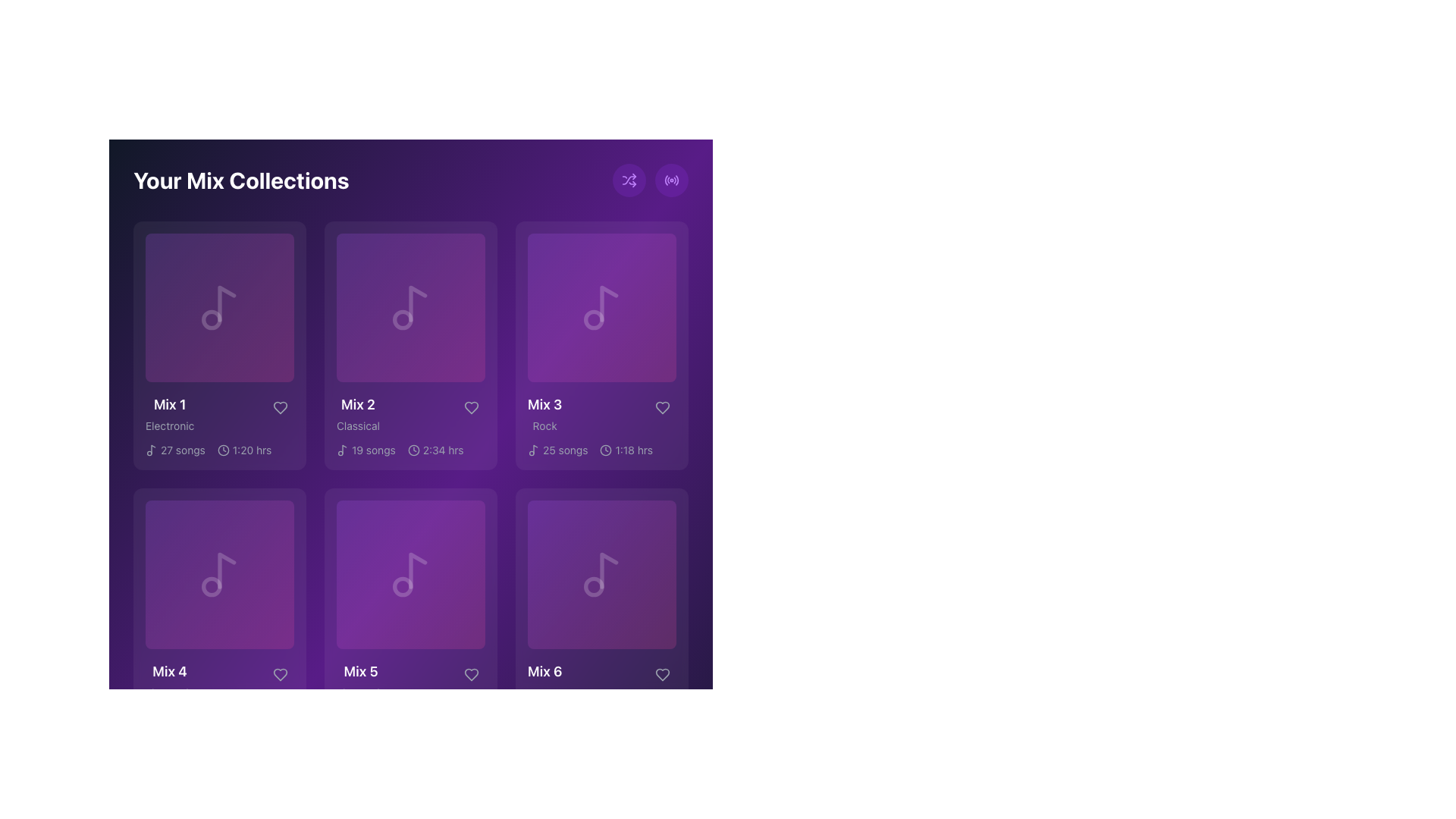 This screenshot has height=819, width=1456. I want to click on the purple circular button located in the second column of the first row within the 'Your Mix Collections' section to play the associated music mix labeled 'Mix 2', so click(411, 307).